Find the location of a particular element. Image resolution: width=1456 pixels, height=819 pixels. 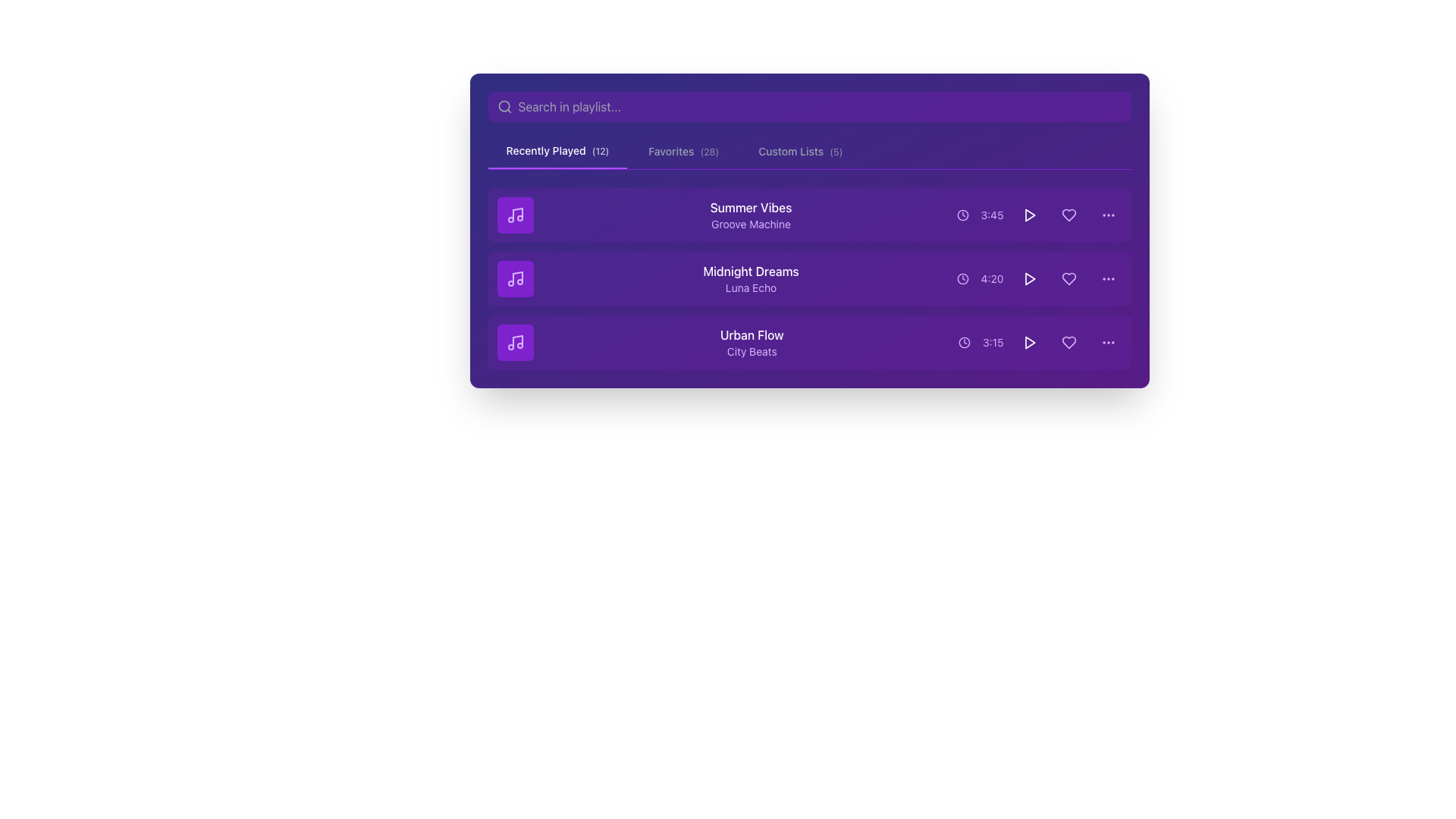

the ellipsis menu icon for the 'Midnight Dreams' playlist entry is located at coordinates (1108, 278).